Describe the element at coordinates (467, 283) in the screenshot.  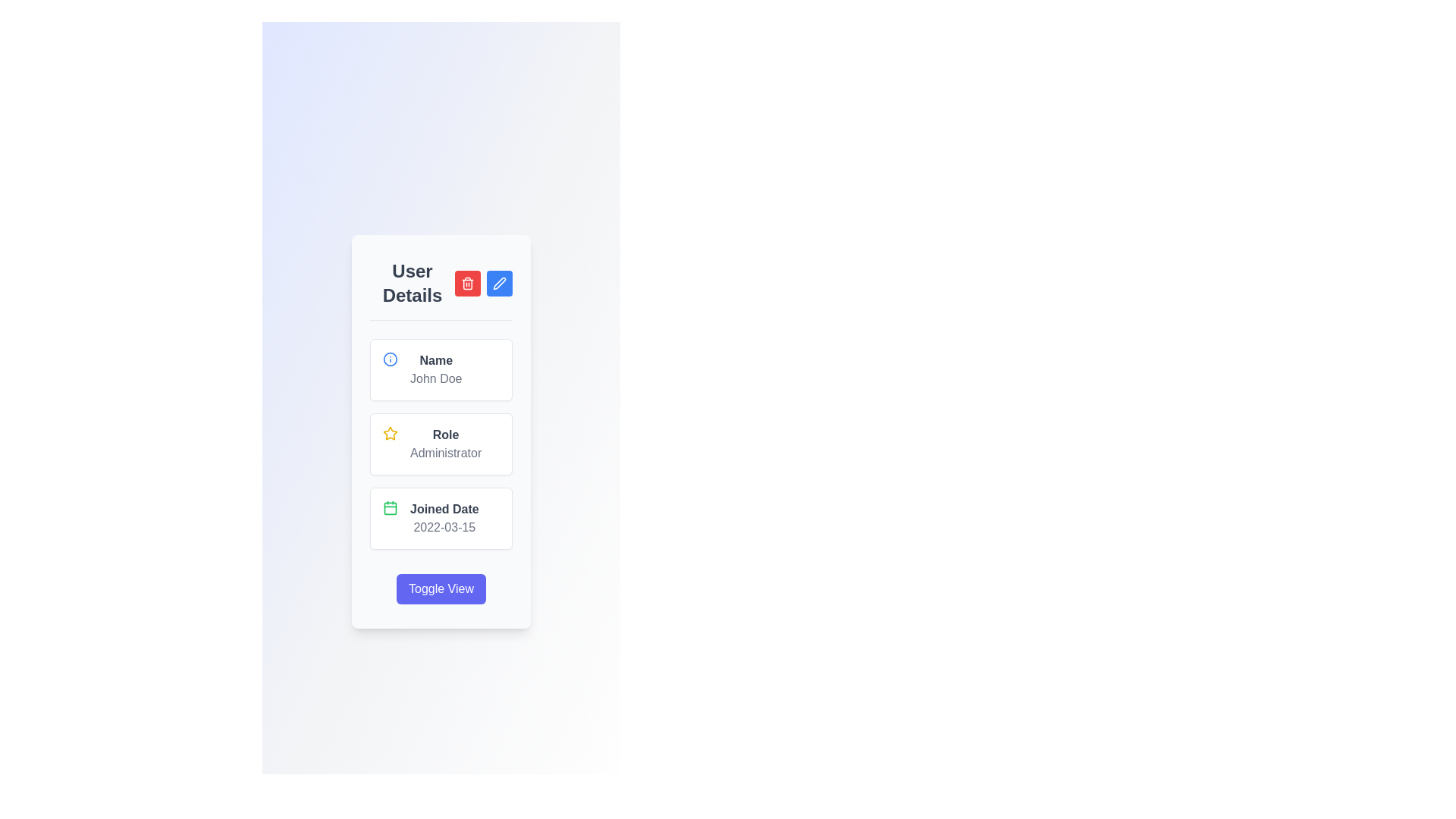
I see `the trash bin icon button, which is styled as a red square with rounded corners, located in the upper-right area of the 'User Details' card layout` at that location.